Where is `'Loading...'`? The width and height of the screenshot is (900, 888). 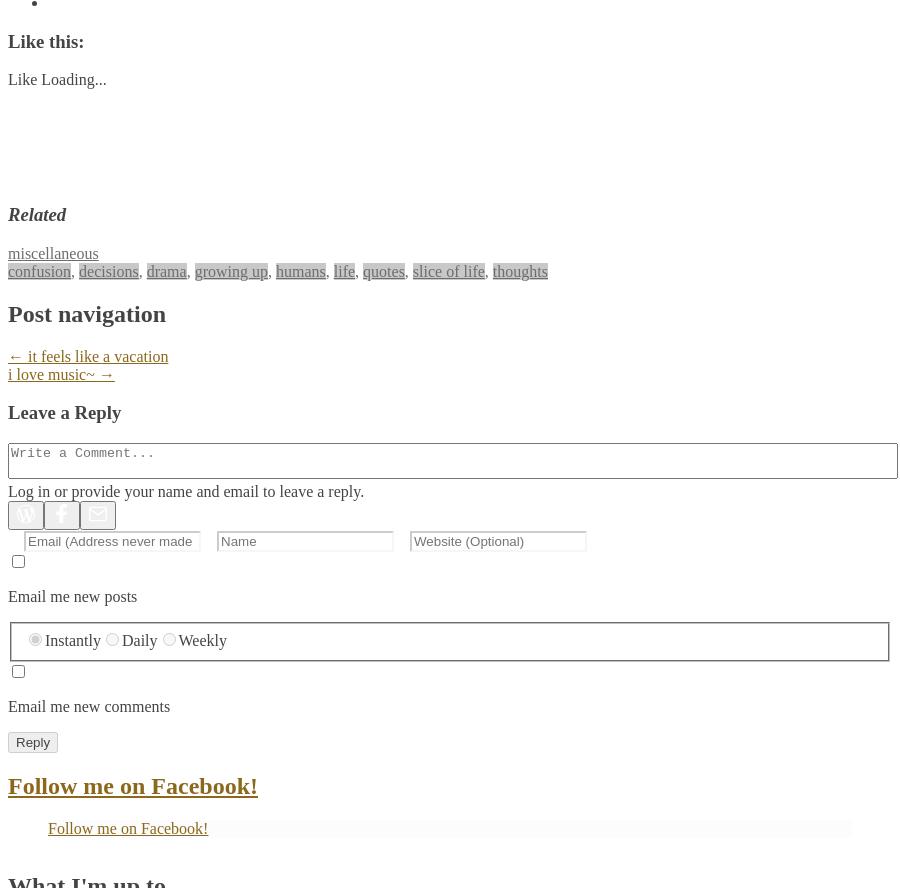
'Loading...' is located at coordinates (72, 78).